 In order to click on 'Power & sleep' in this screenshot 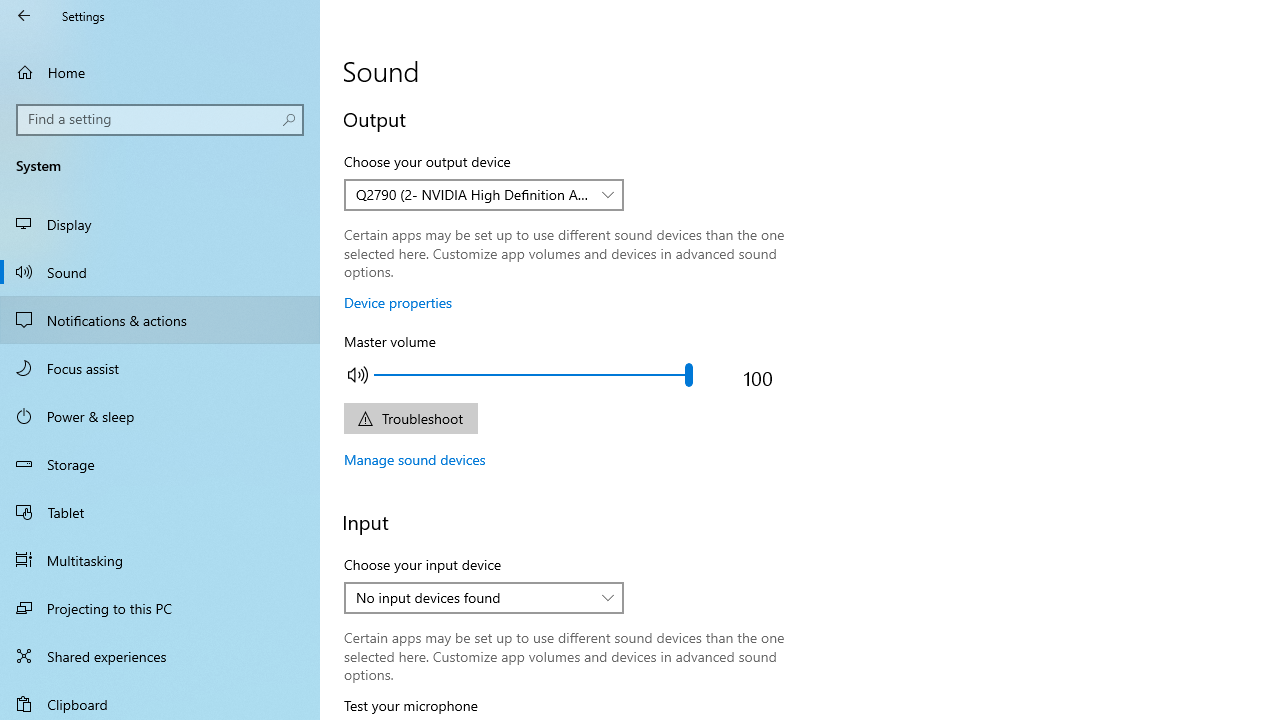, I will do `click(160, 414)`.